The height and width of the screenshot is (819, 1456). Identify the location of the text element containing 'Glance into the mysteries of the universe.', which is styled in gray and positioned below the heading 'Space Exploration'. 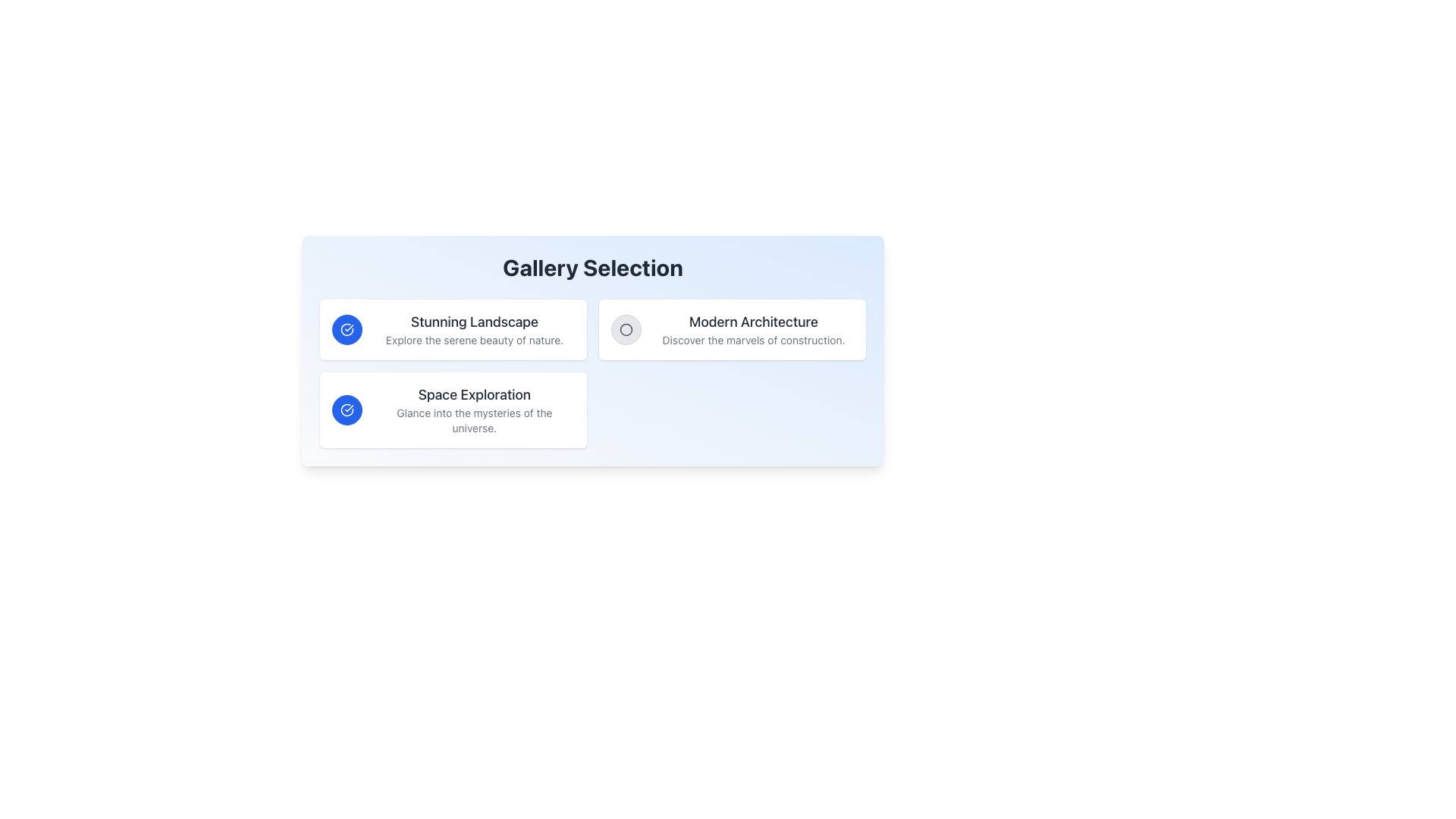
(473, 421).